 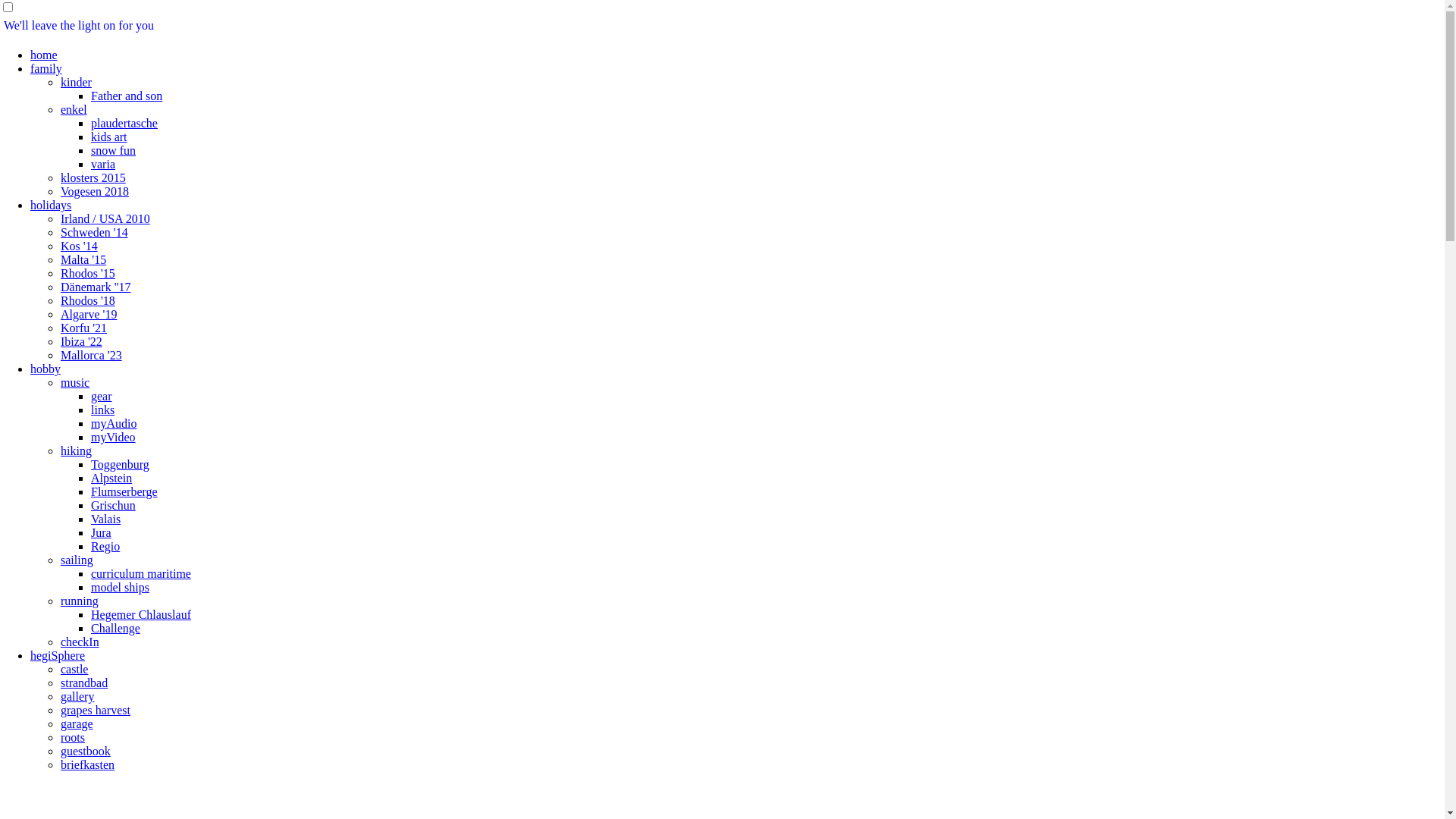 What do you see at coordinates (119, 463) in the screenshot?
I see `'Toggenburg'` at bounding box center [119, 463].